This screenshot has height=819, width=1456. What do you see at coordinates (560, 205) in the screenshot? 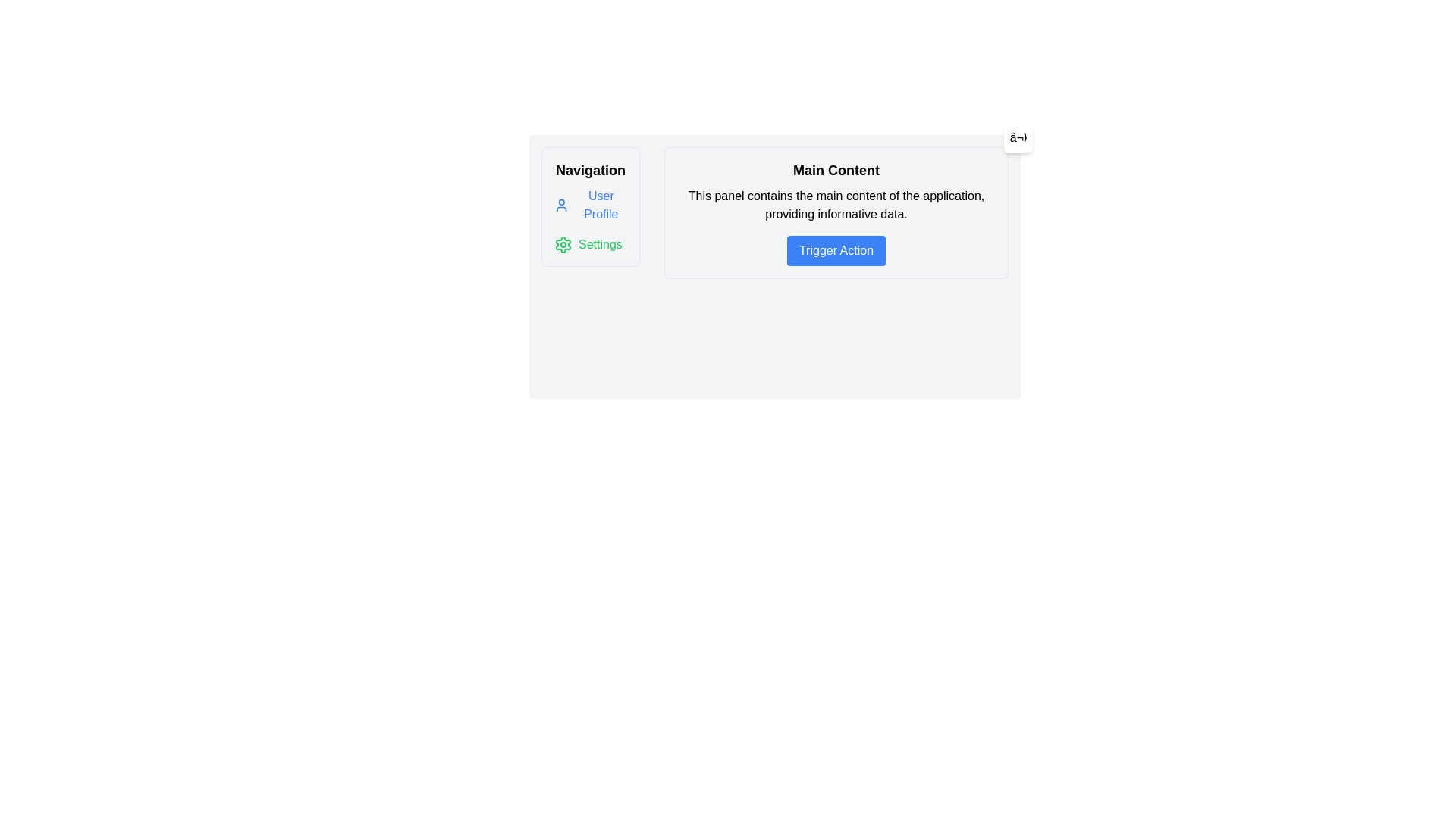
I see `the profile icon with a blue outline located in the navigation panel on the far left, directly above the 'User Profile' text` at bounding box center [560, 205].